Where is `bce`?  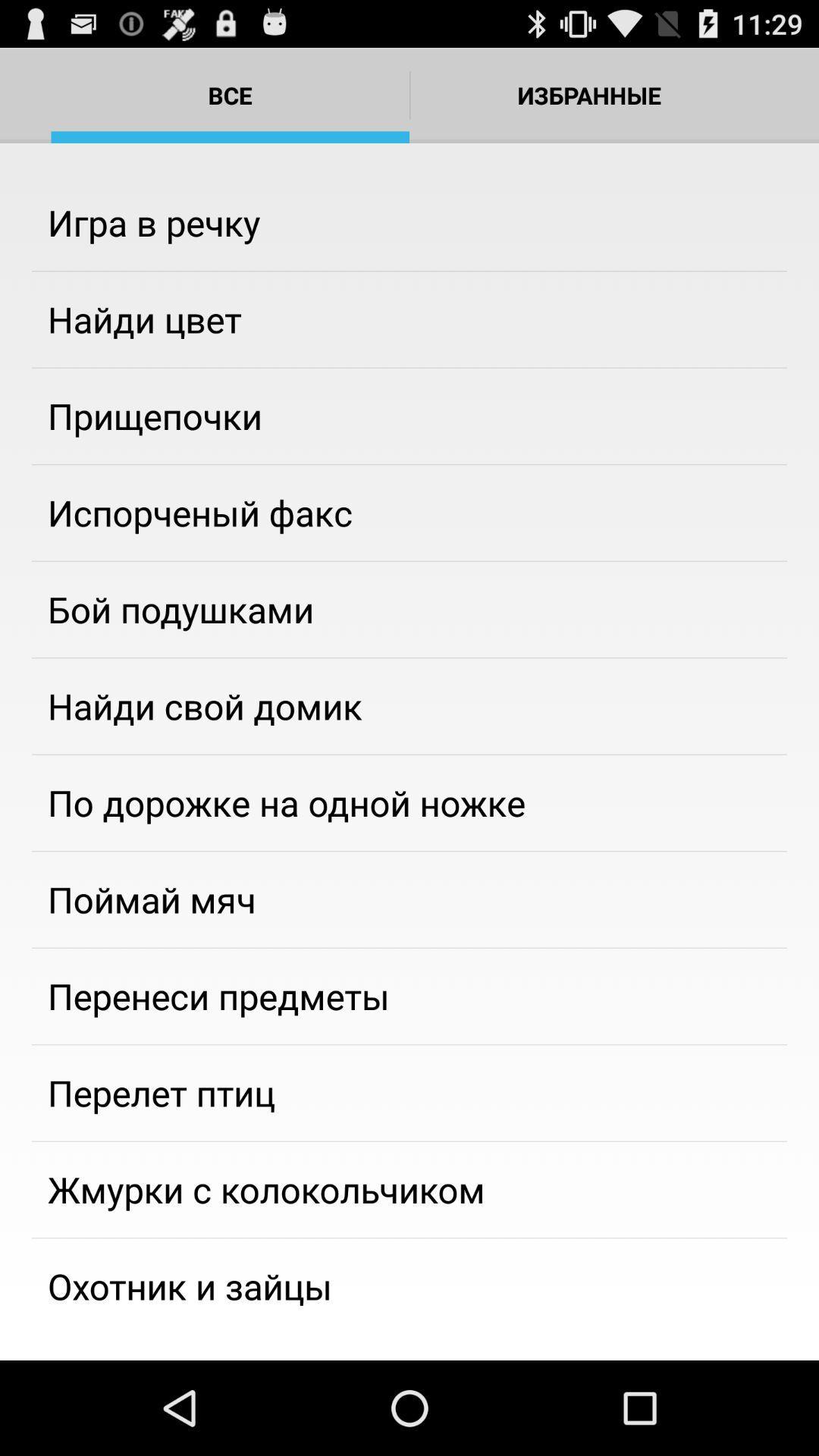
bce is located at coordinates (231, 94).